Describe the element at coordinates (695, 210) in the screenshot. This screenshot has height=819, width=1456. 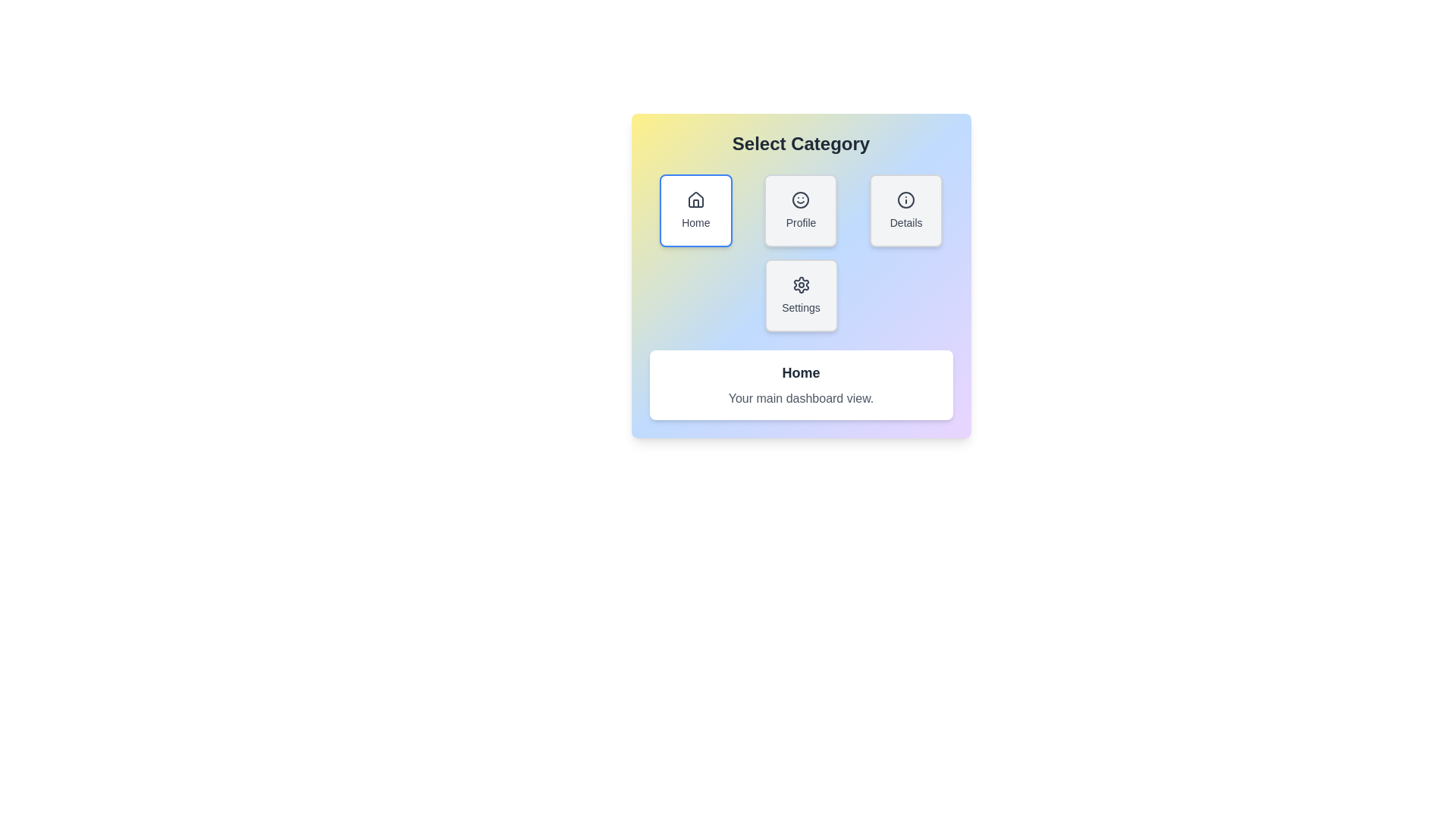
I see `the 'Home' navigation button located in the top-left corner of the 'Select Category' section to observe a visual scaling effect` at that location.